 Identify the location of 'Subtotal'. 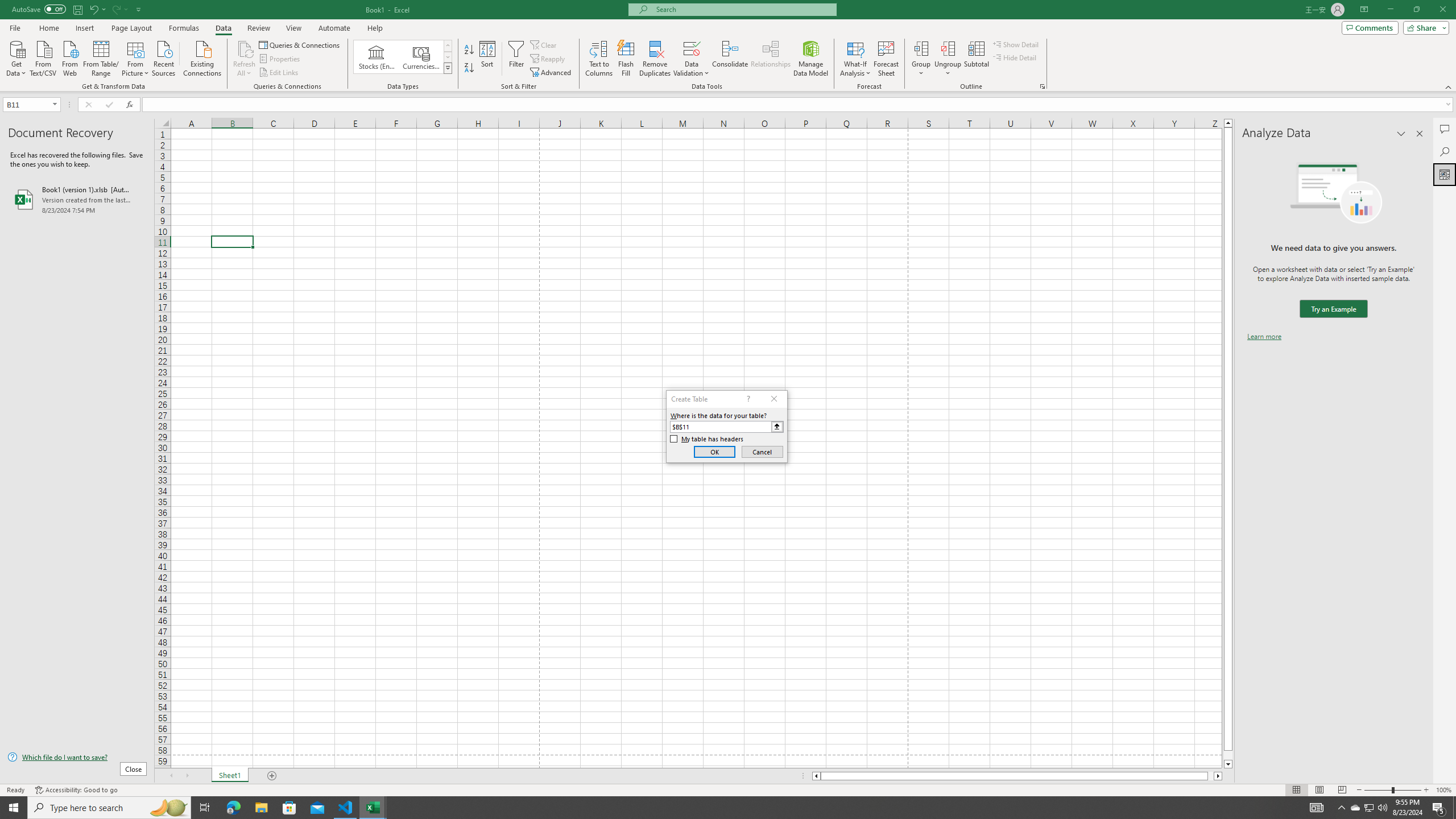
(976, 59).